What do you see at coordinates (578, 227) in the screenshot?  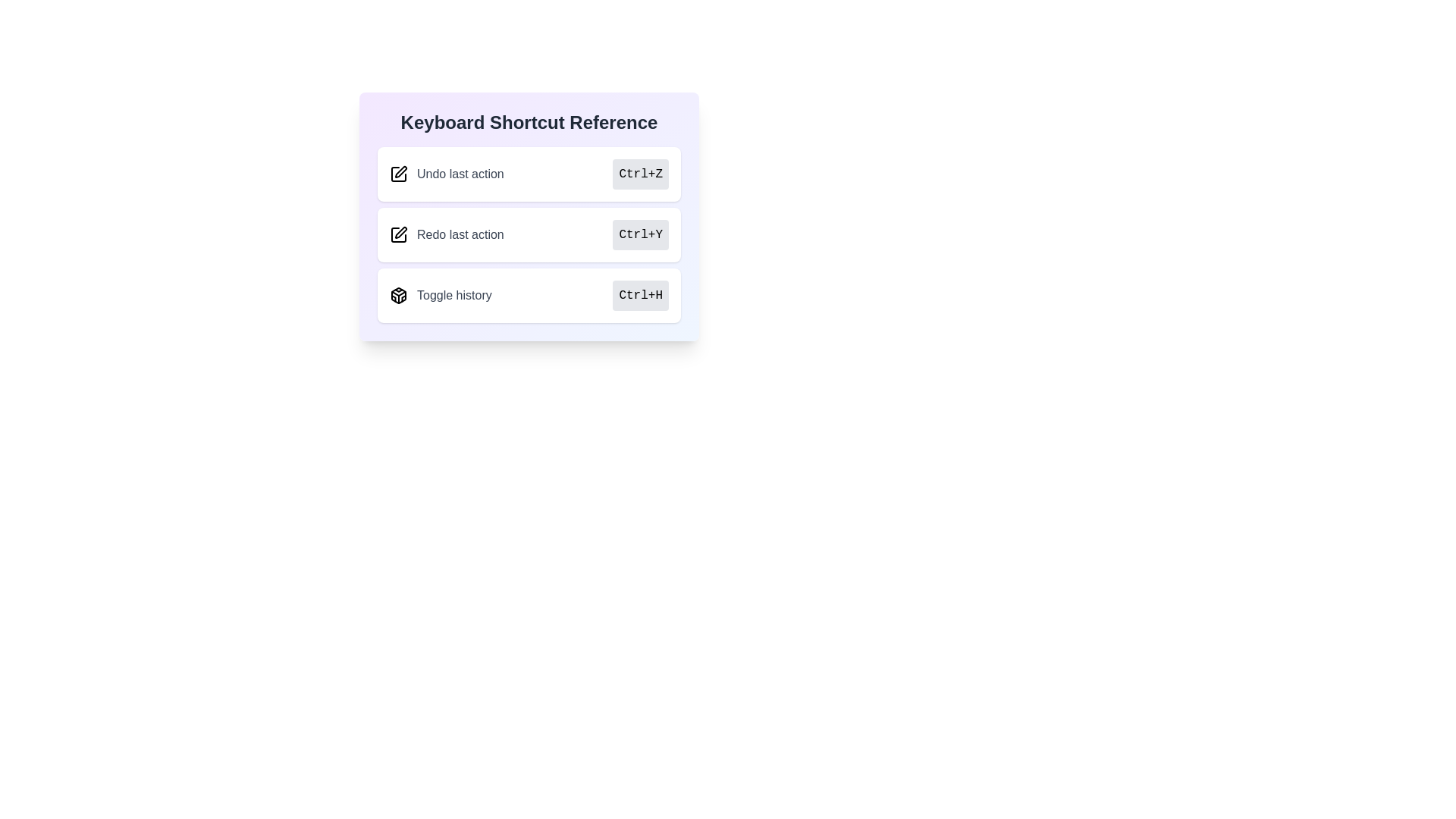 I see `the 'Redo last action' information item in the Keyboard Shortcut Reference list, which indicates the shortcut key combination 'Ctrl+Y'` at bounding box center [578, 227].